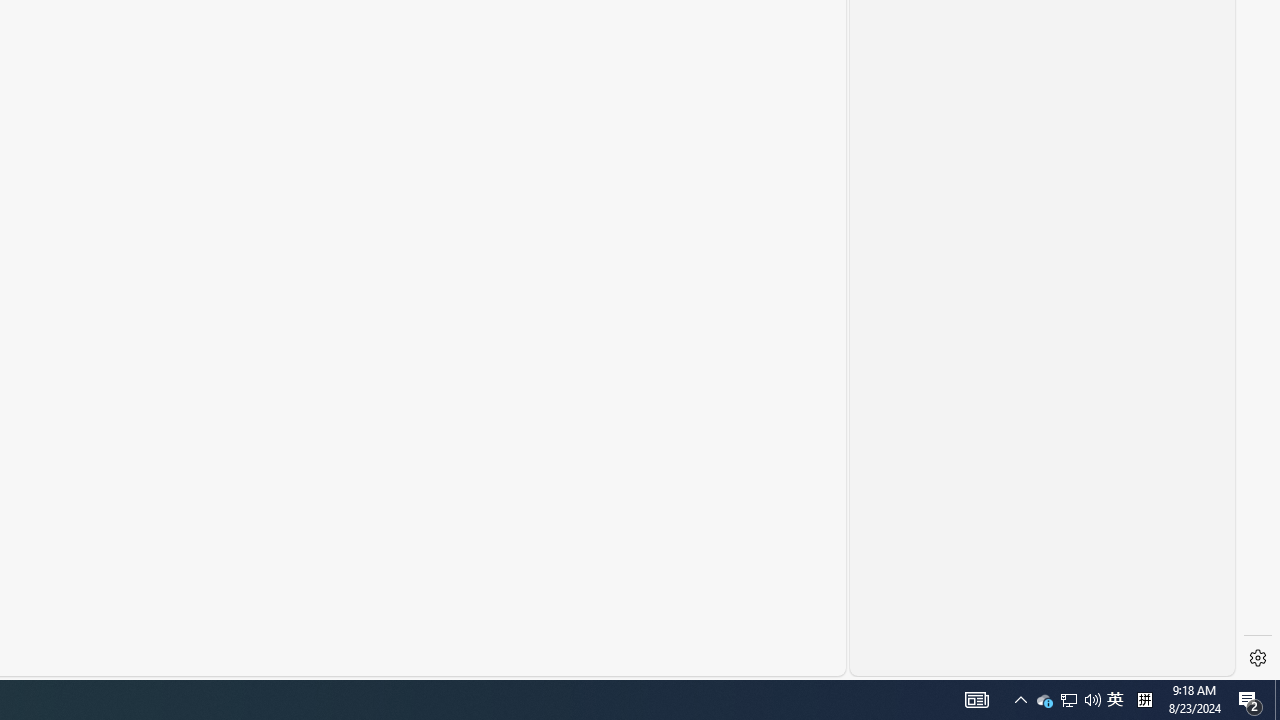 The image size is (1280, 720). Describe the element at coordinates (1276, 698) in the screenshot. I see `'Show desktop'` at that location.